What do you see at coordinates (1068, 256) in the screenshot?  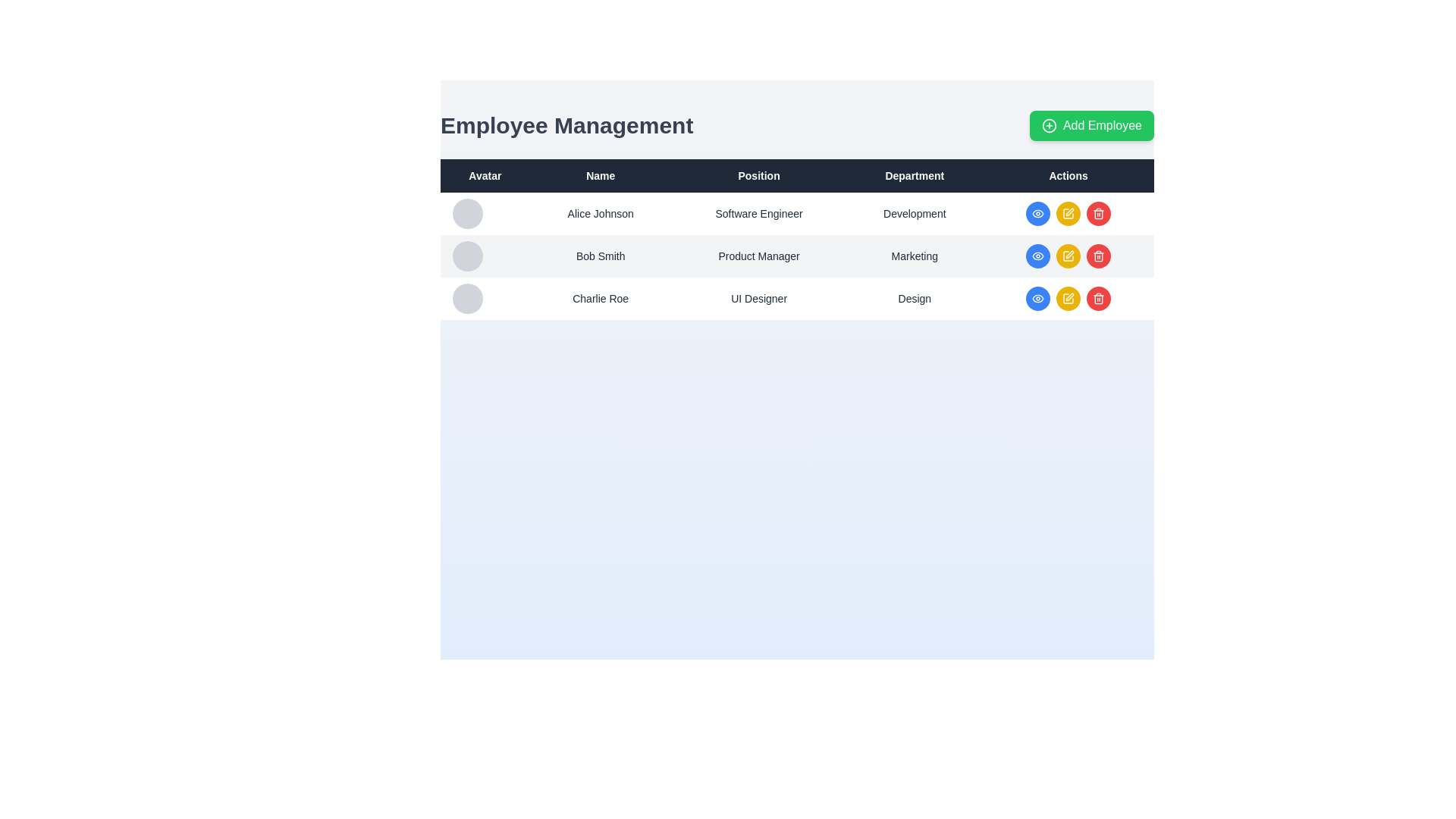 I see `the yellow circular button with a white pen icon located in the Actions column of the second row in the table to initiate editing` at bounding box center [1068, 256].